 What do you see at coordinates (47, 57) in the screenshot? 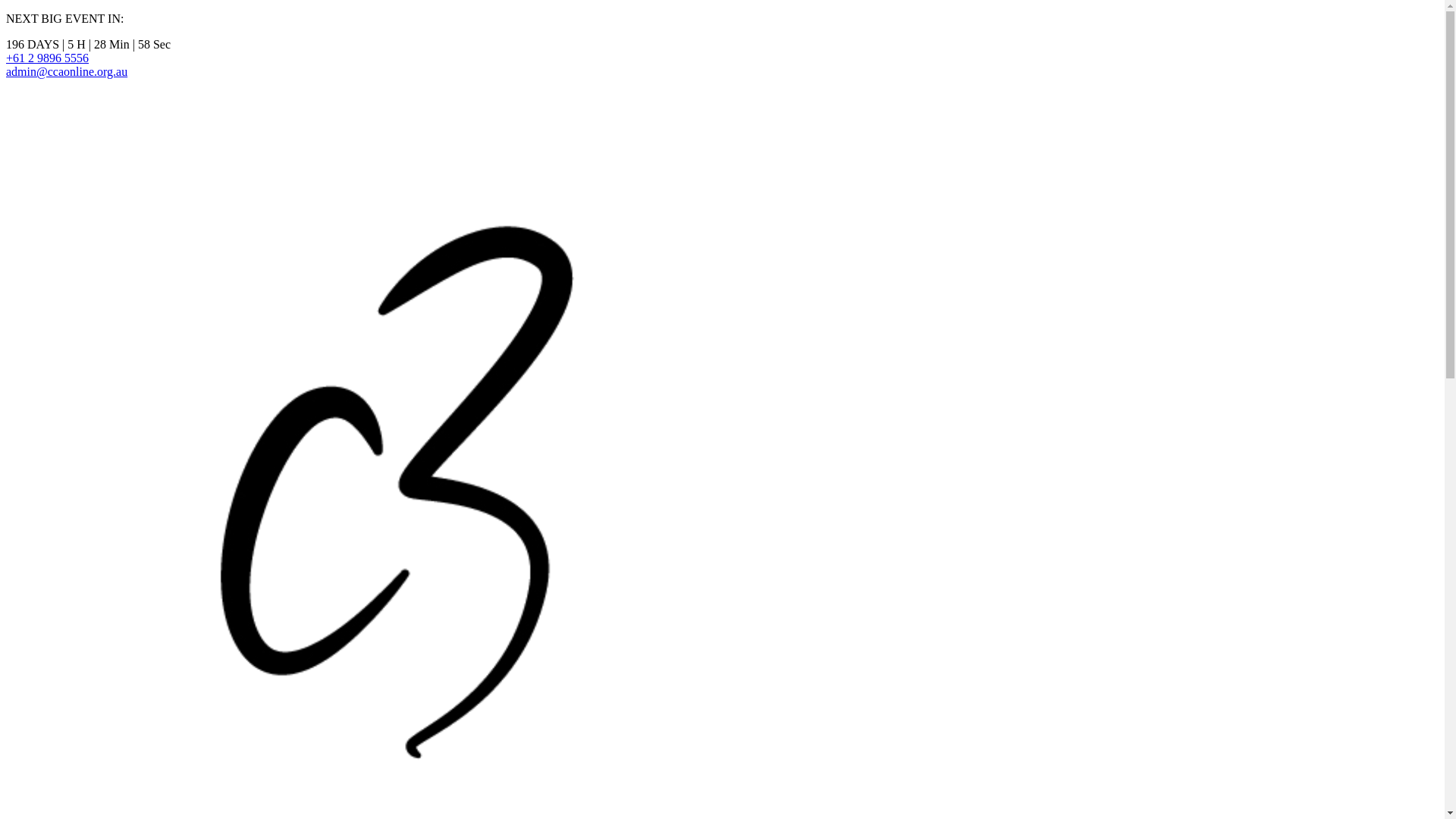
I see `'+61 2 9896 5556'` at bounding box center [47, 57].